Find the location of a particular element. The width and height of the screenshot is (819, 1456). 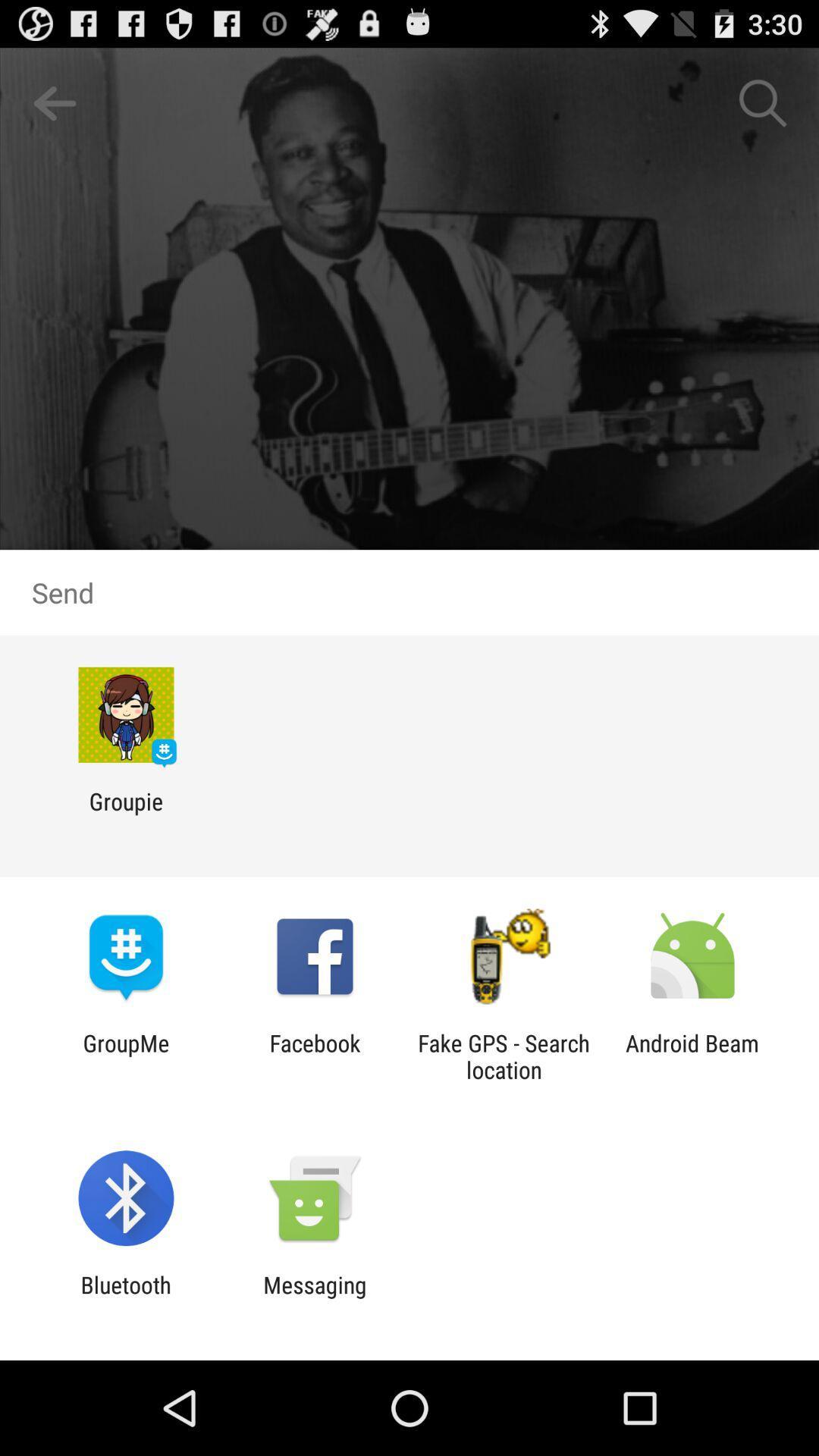

the app to the right of the bluetooth item is located at coordinates (314, 1298).